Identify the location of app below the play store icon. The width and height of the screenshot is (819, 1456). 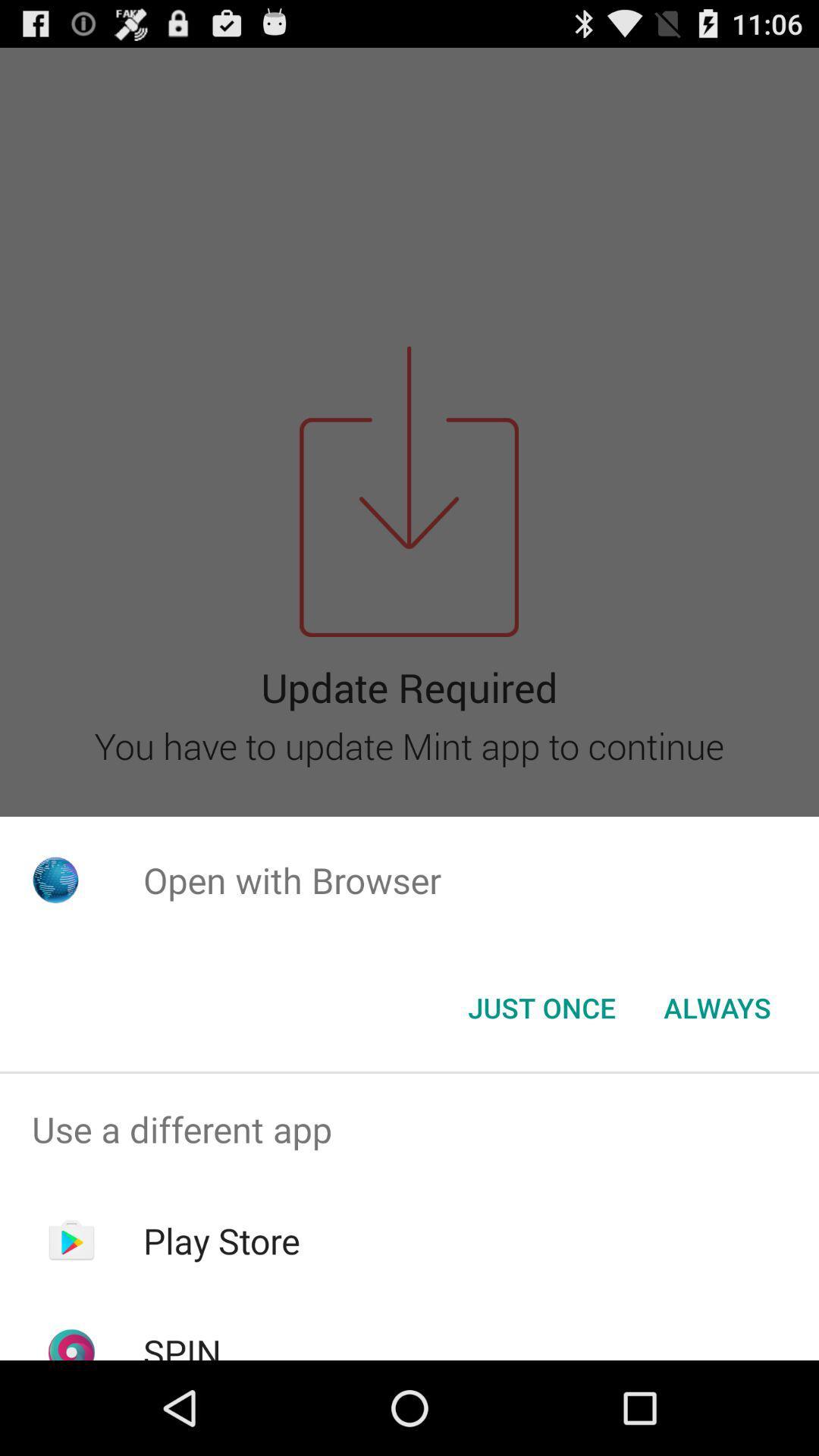
(181, 1344).